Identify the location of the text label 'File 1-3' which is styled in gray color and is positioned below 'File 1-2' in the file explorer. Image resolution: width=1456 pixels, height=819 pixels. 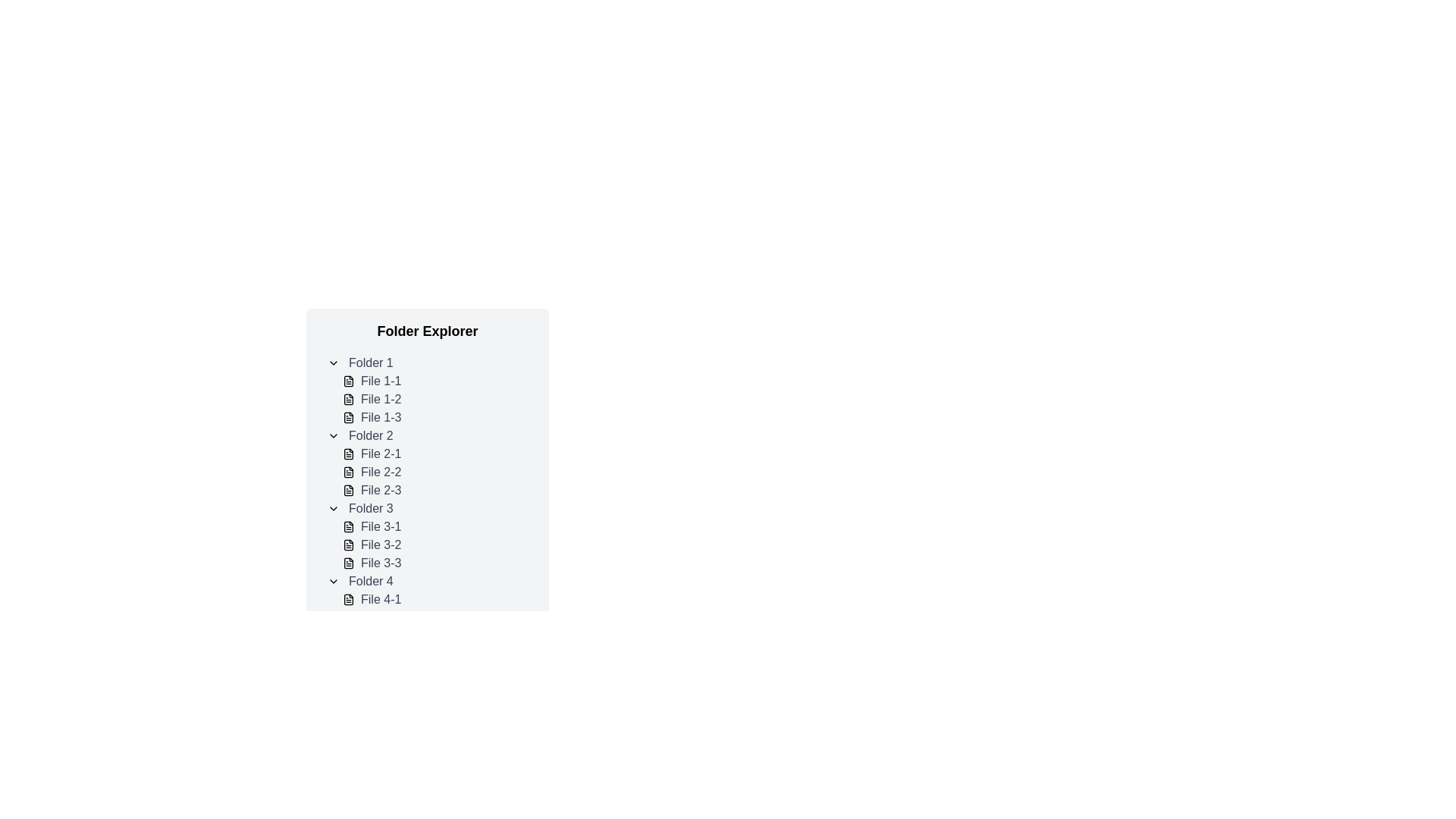
(381, 418).